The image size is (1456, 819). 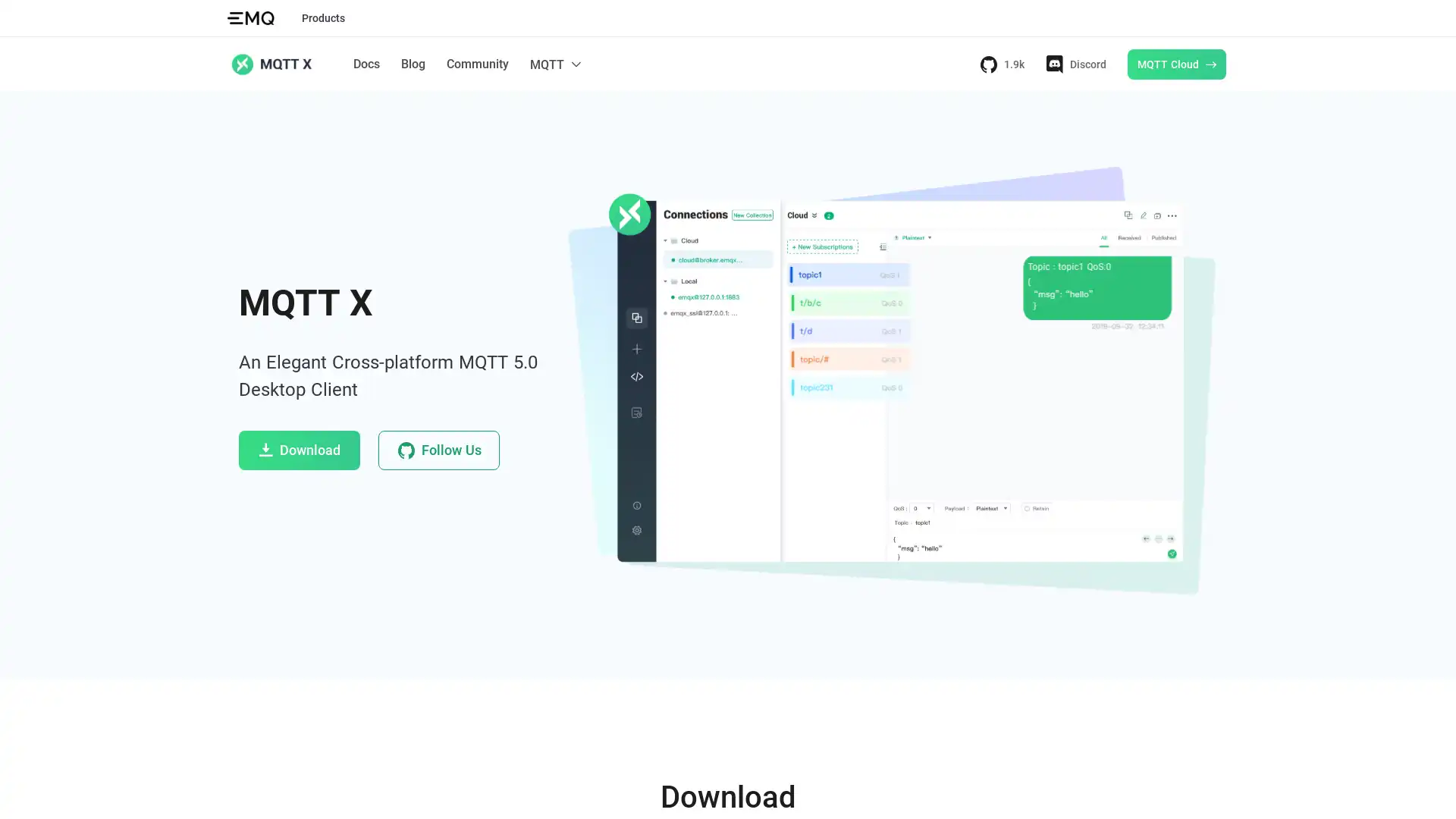 I want to click on MQTT, so click(x=555, y=63).